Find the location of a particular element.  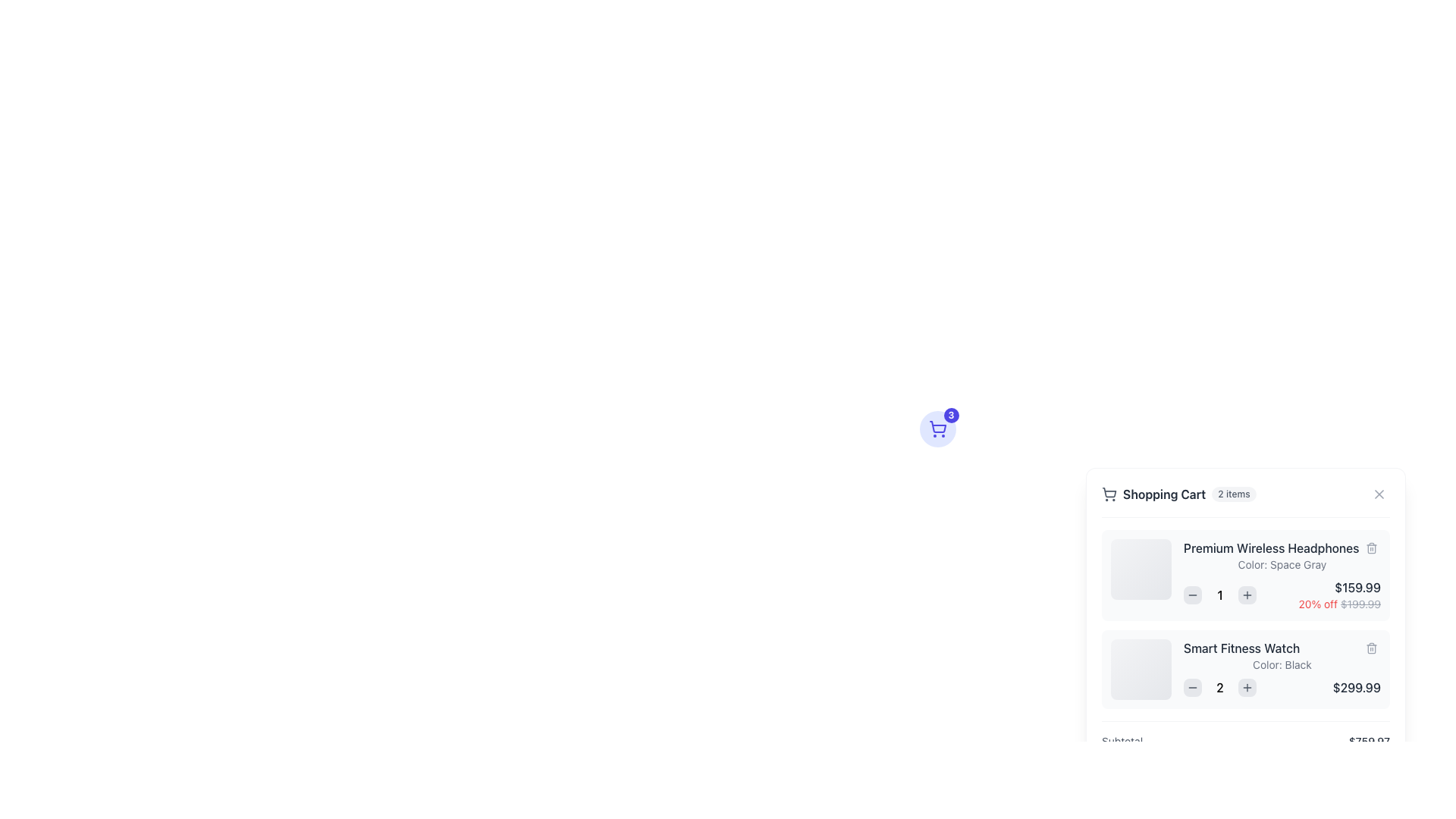

the small round gray decrement button located to the left of the quantity '1' for the 'Premium Wireless Headphones' in the shopping cart is located at coordinates (1192, 595).